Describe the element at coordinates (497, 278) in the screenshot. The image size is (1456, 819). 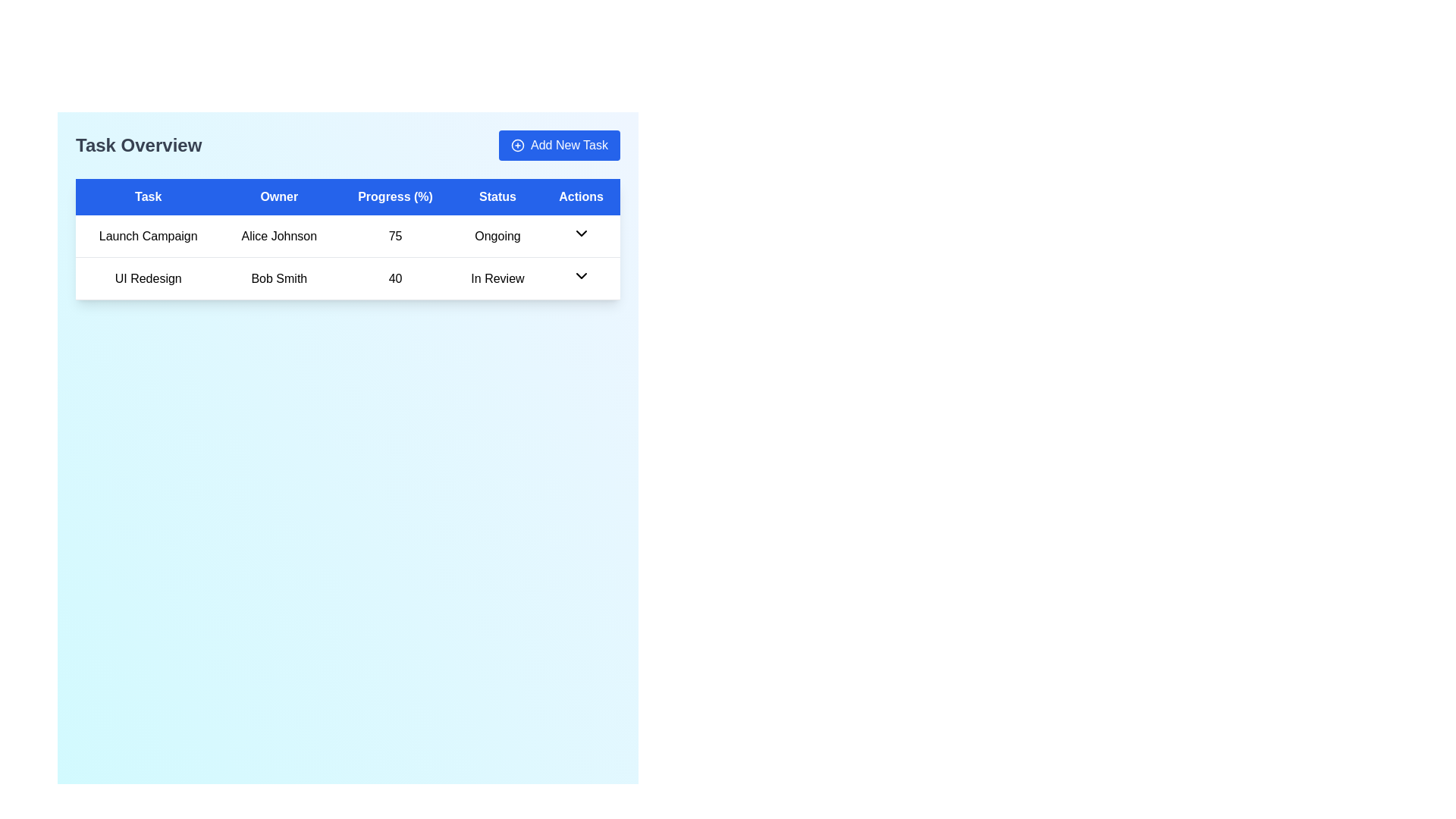
I see `text displayed in the status label of the task 'UI Redesign' owned by 'Bob Smith', which shows 'In Review'` at that location.